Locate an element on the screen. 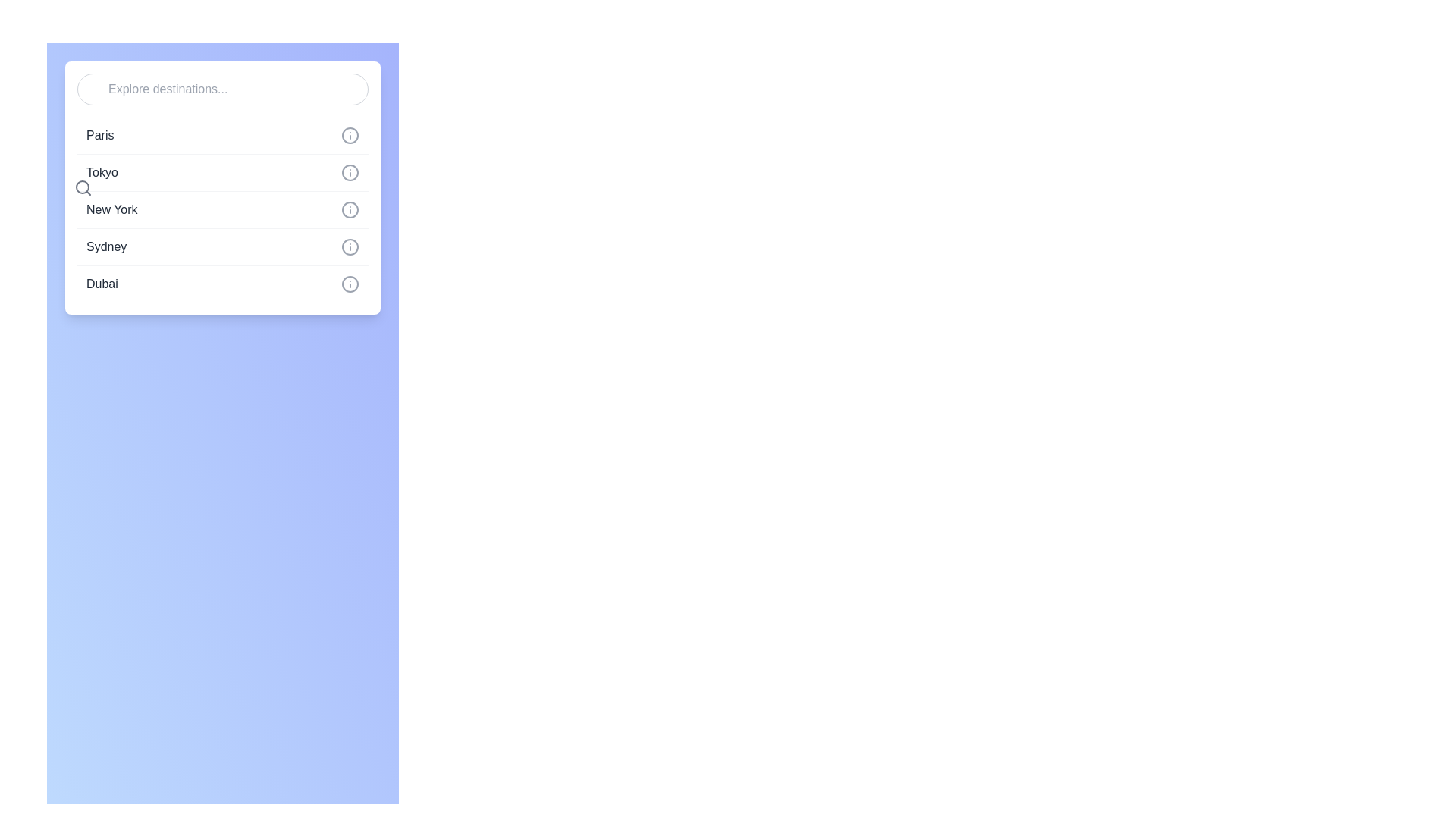  the interactive icon for 'Dubai' located in the last row under 'Explore destinations...' is located at coordinates (349, 284).